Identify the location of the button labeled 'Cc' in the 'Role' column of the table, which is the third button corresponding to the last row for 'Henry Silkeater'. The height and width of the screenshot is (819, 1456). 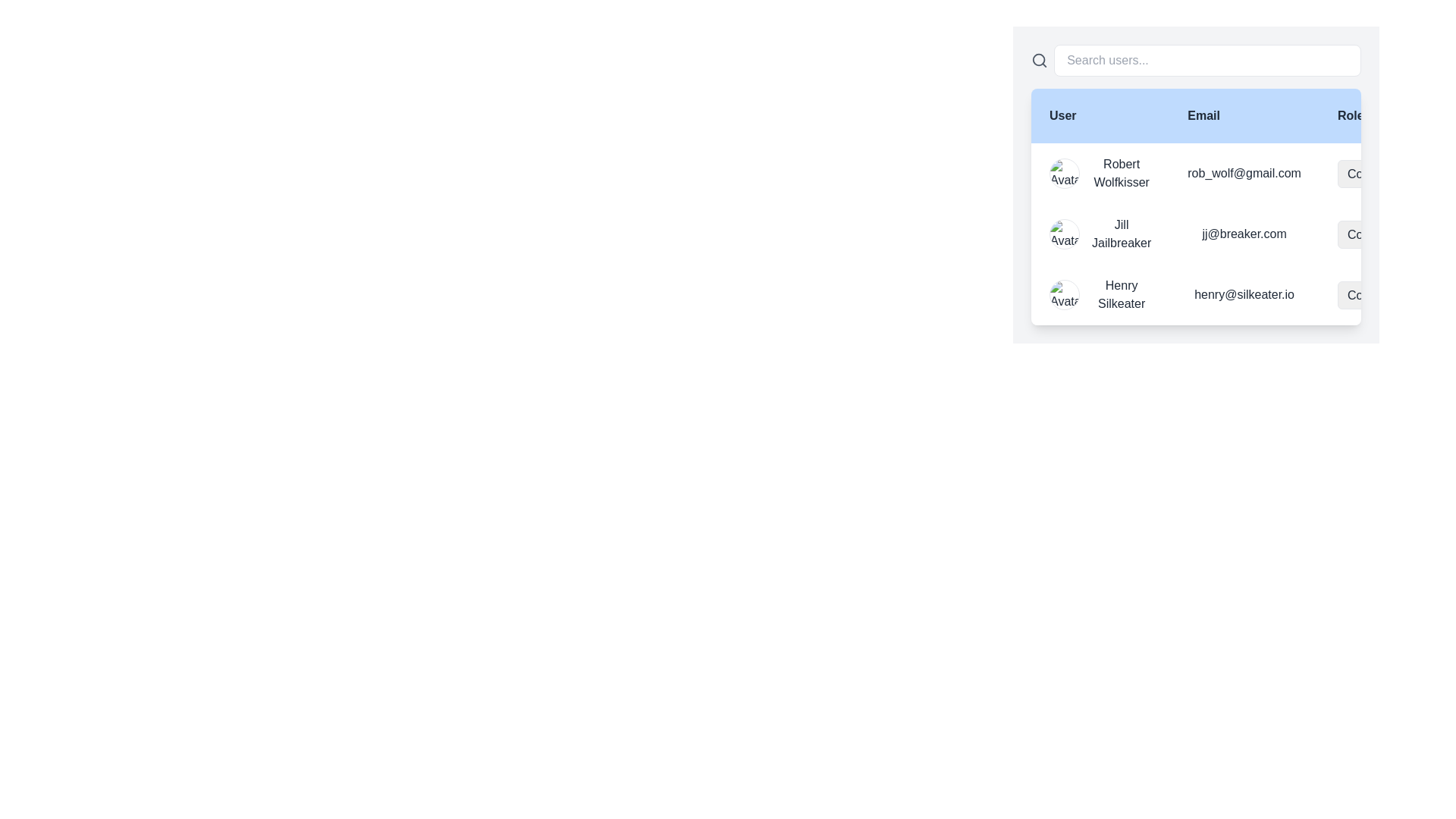
(1385, 234).